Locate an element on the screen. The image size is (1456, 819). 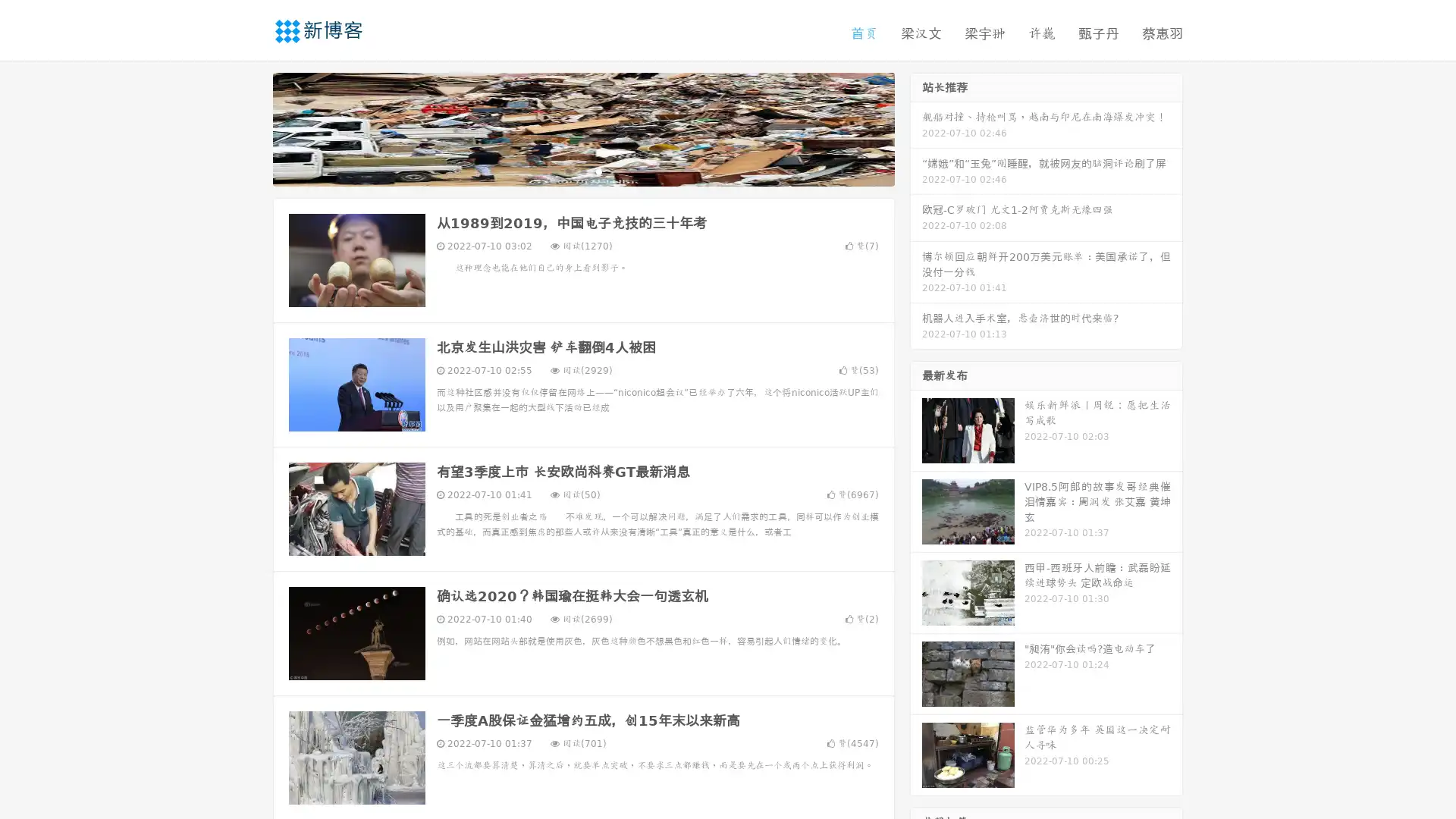
Go to slide 1 is located at coordinates (567, 171).